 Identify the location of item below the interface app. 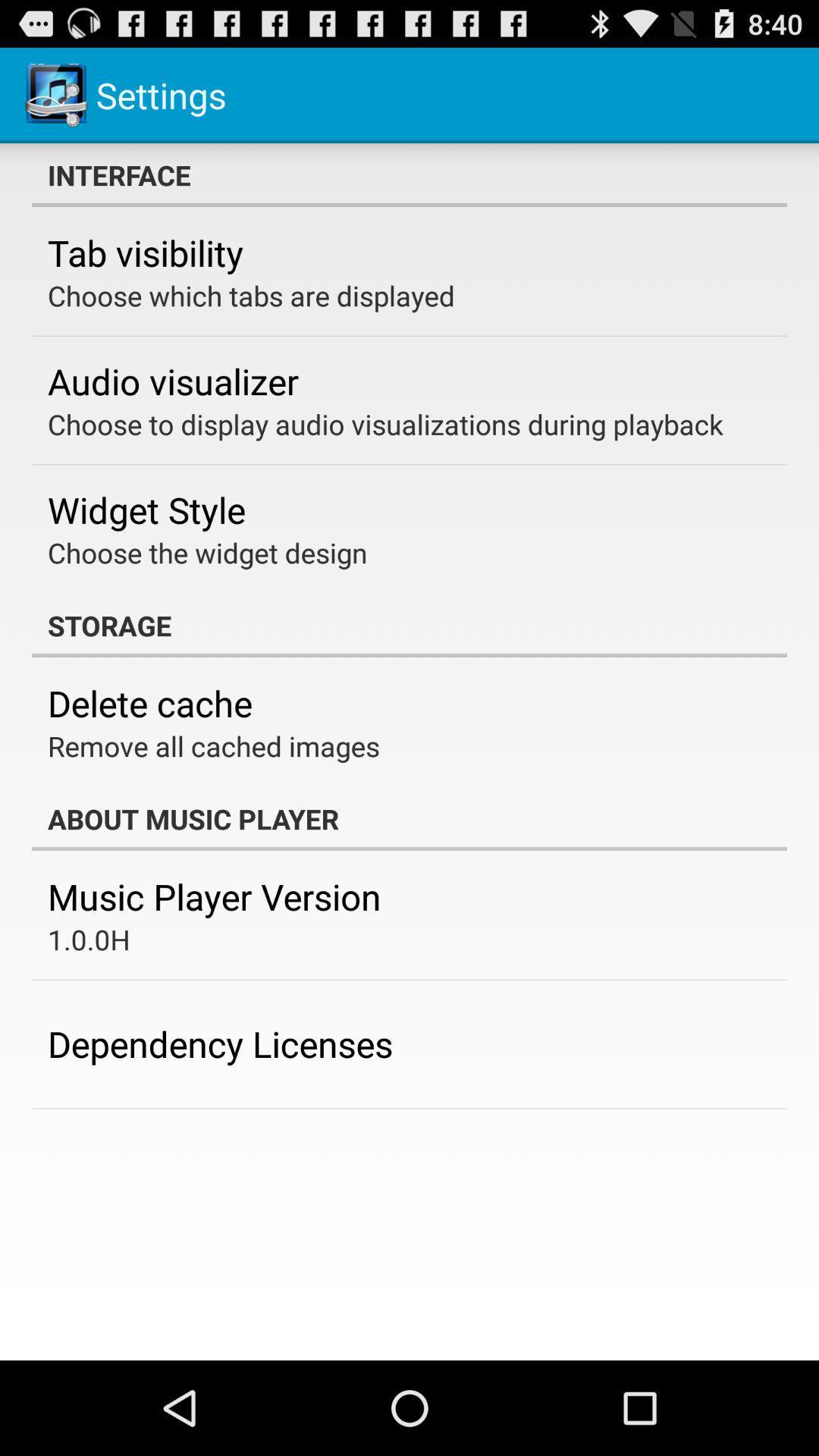
(146, 253).